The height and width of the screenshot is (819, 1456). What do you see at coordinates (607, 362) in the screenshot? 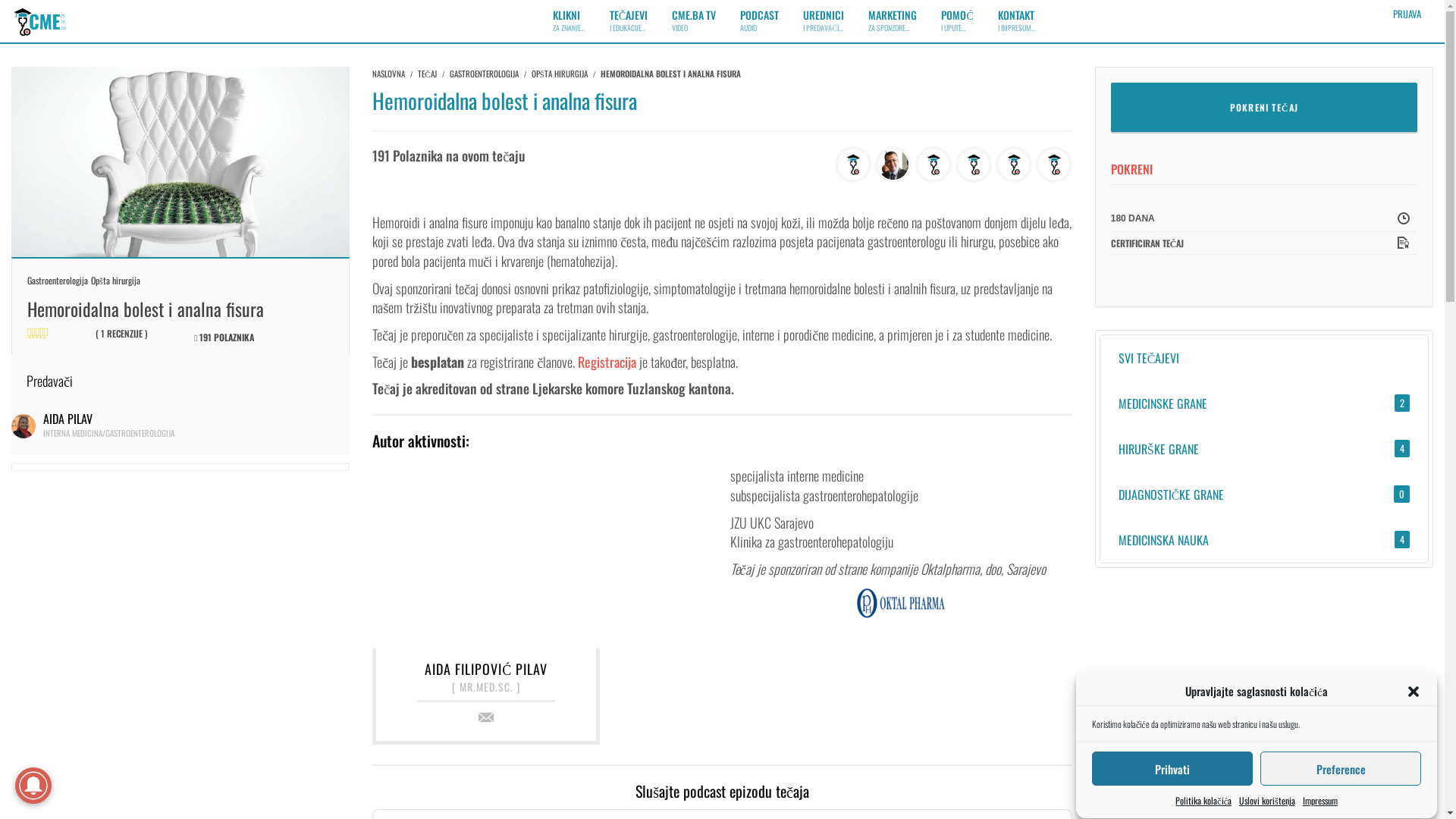
I see `'Registracija'` at bounding box center [607, 362].